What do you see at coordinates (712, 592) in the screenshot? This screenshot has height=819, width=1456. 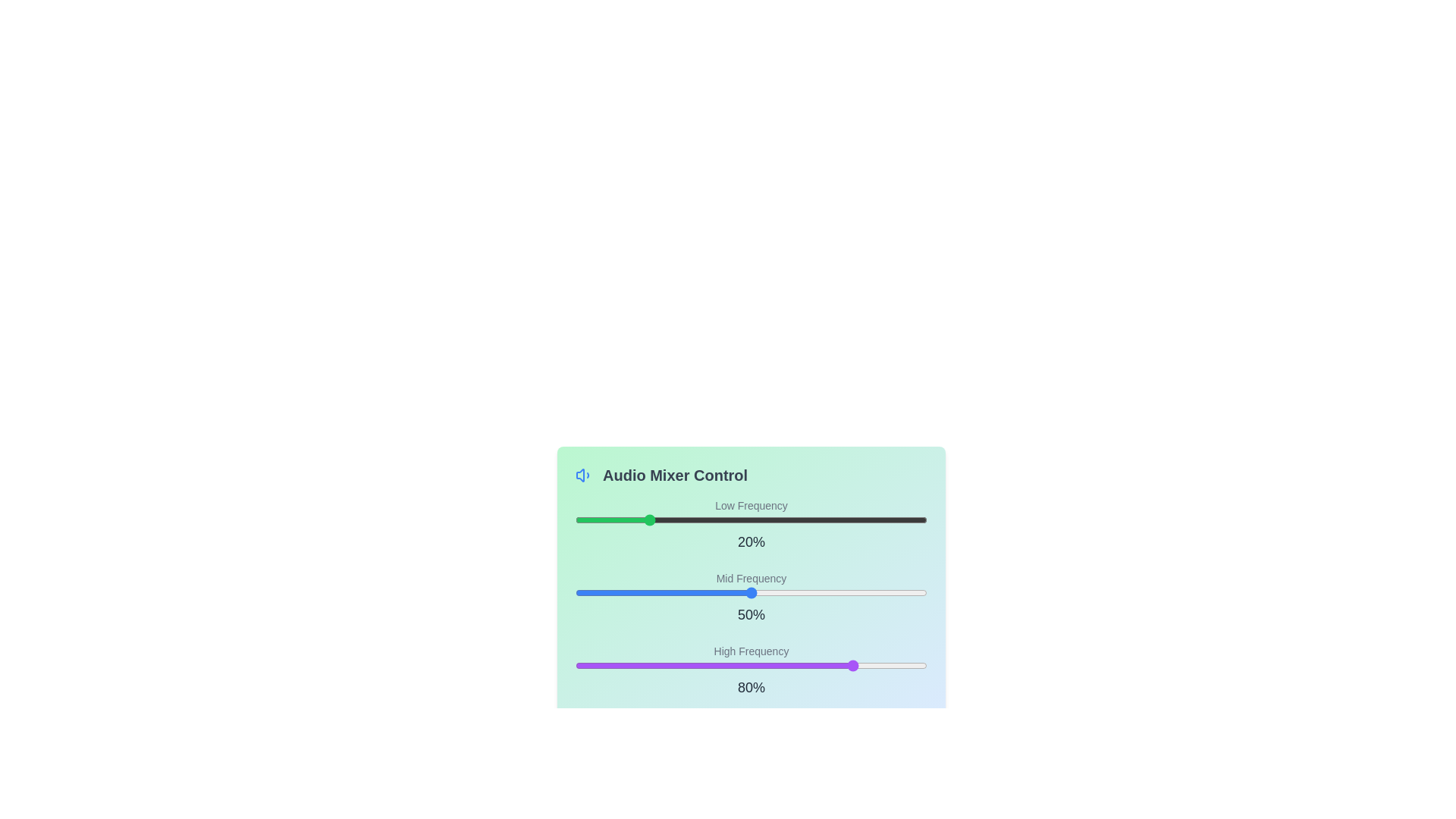 I see `the 'Mid Frequency' slider` at bounding box center [712, 592].